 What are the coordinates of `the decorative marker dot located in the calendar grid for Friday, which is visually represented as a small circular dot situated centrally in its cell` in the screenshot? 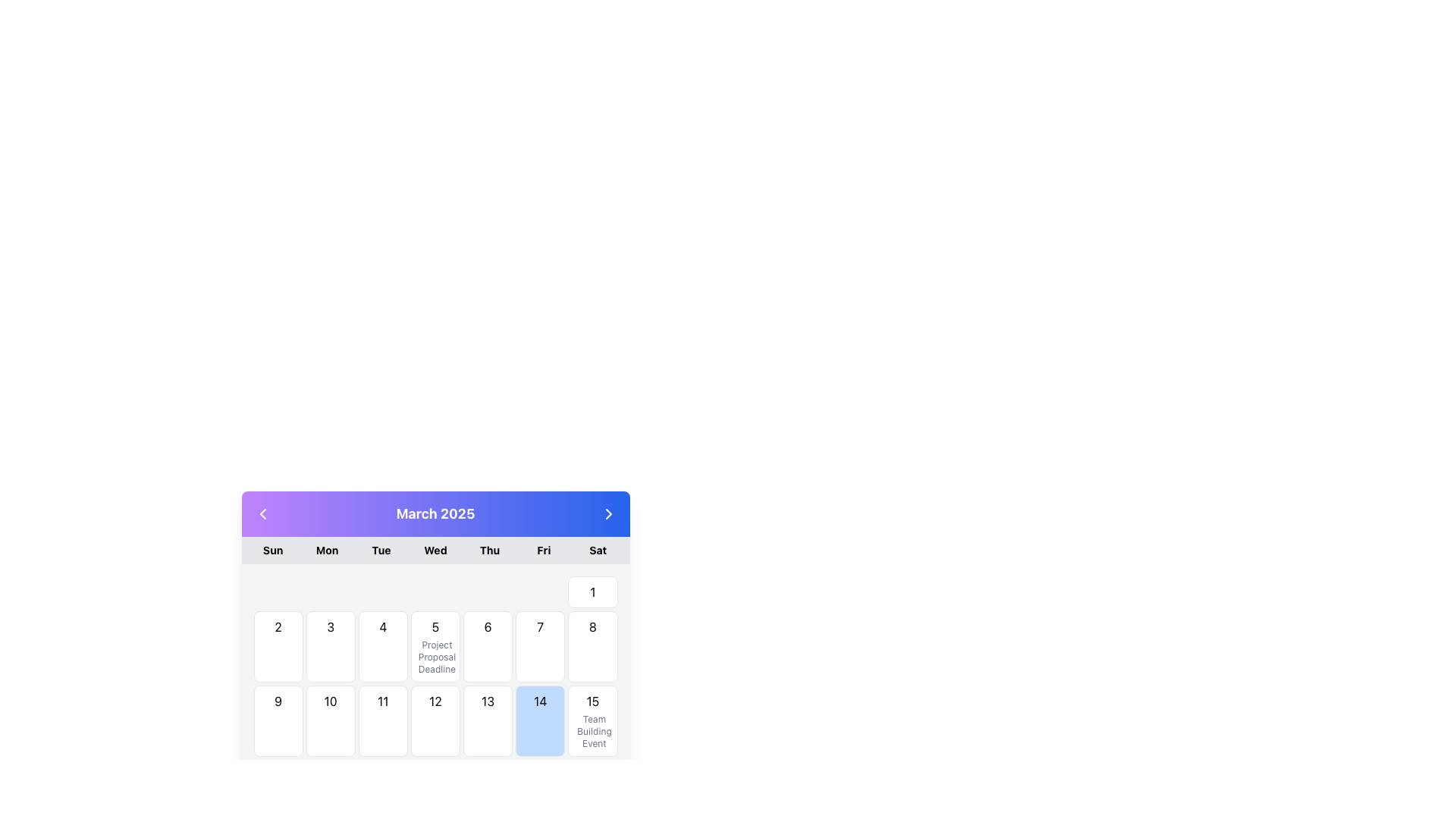 It's located at (540, 591).